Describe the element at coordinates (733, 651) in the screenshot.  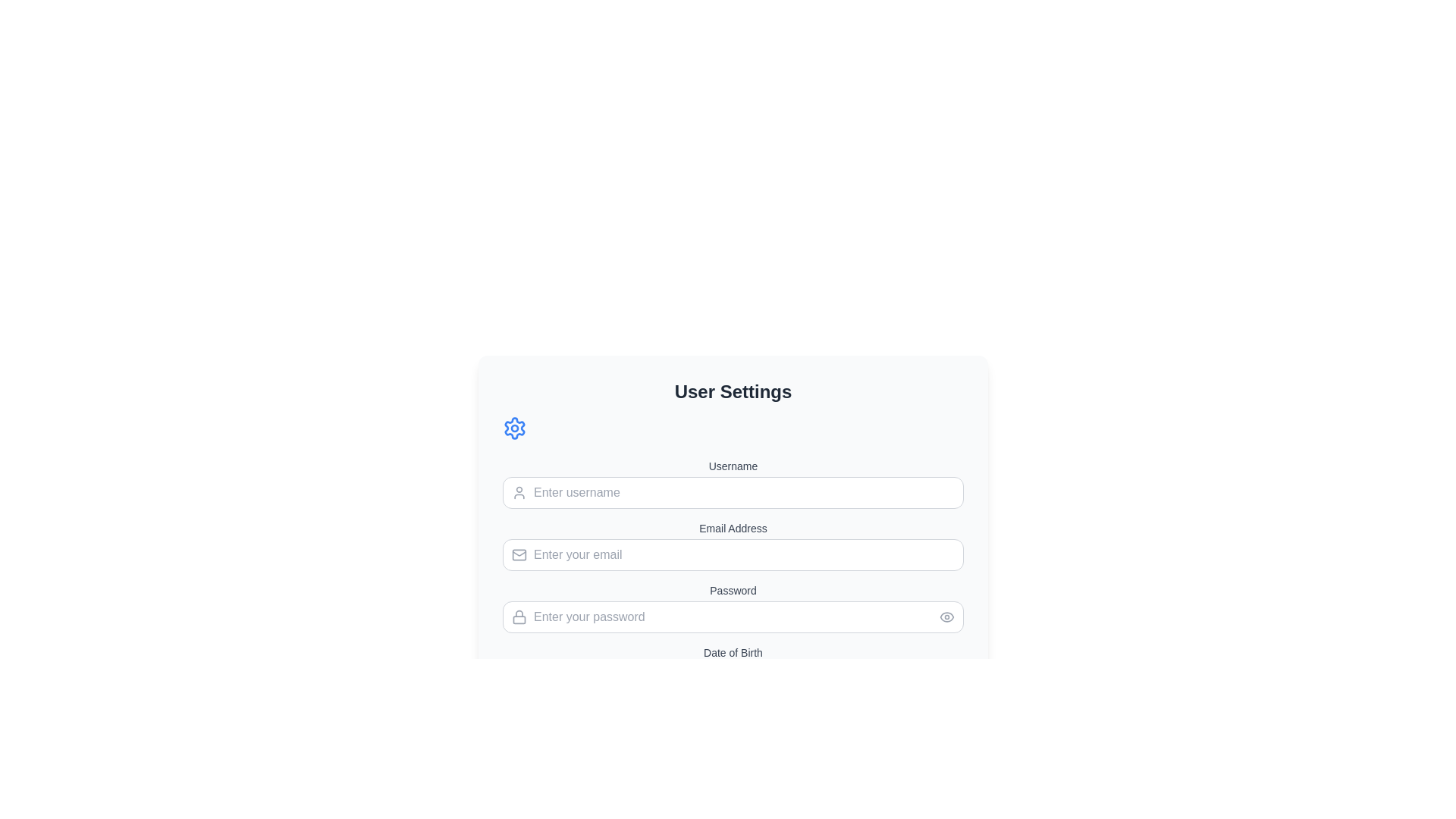
I see `the bold text label reading 'Date of Birth' that is positioned above the date picker input field in the lower part of the form layout` at that location.